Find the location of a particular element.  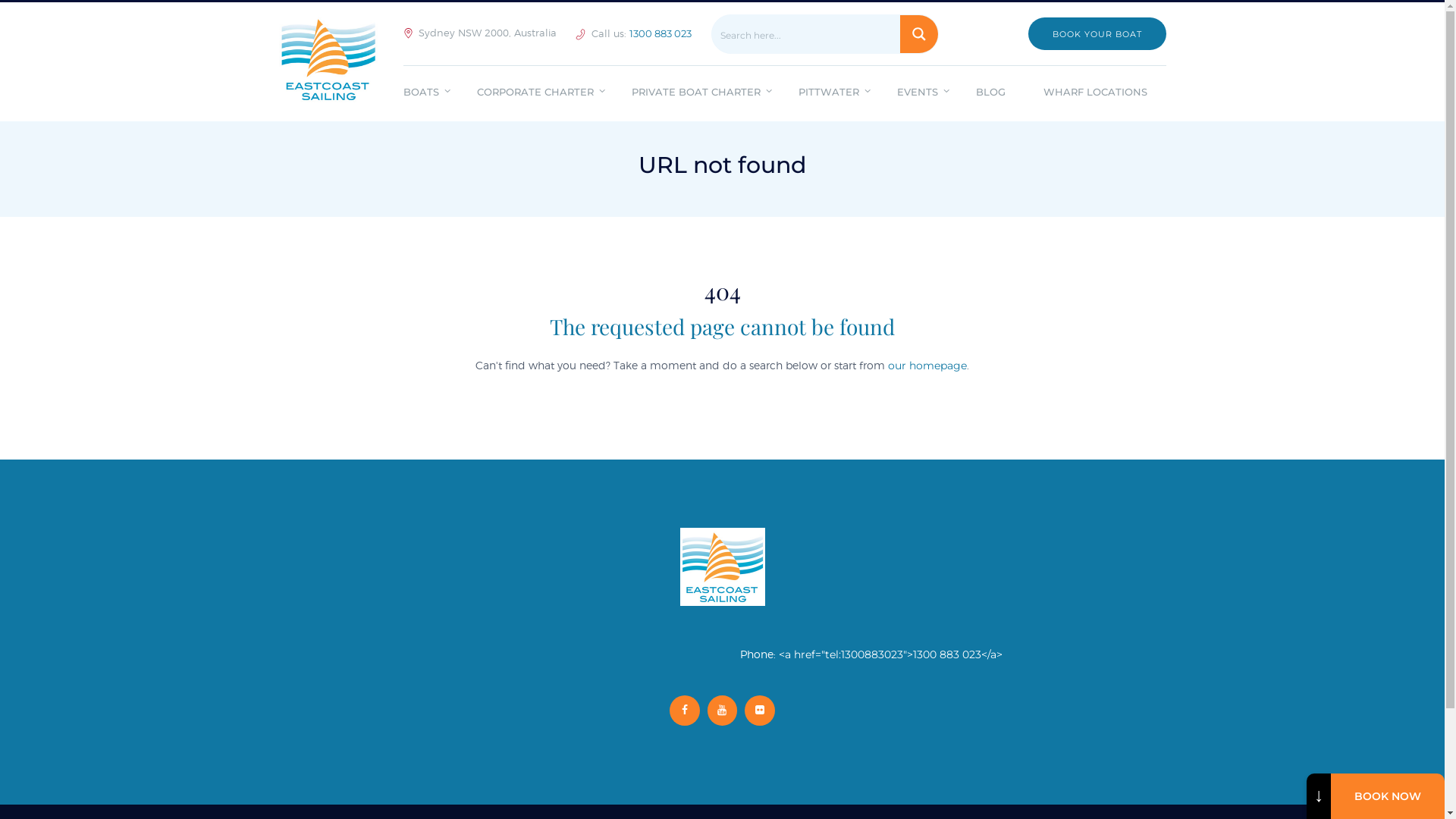

'WHARF LOCATIONS' is located at coordinates (1095, 93).